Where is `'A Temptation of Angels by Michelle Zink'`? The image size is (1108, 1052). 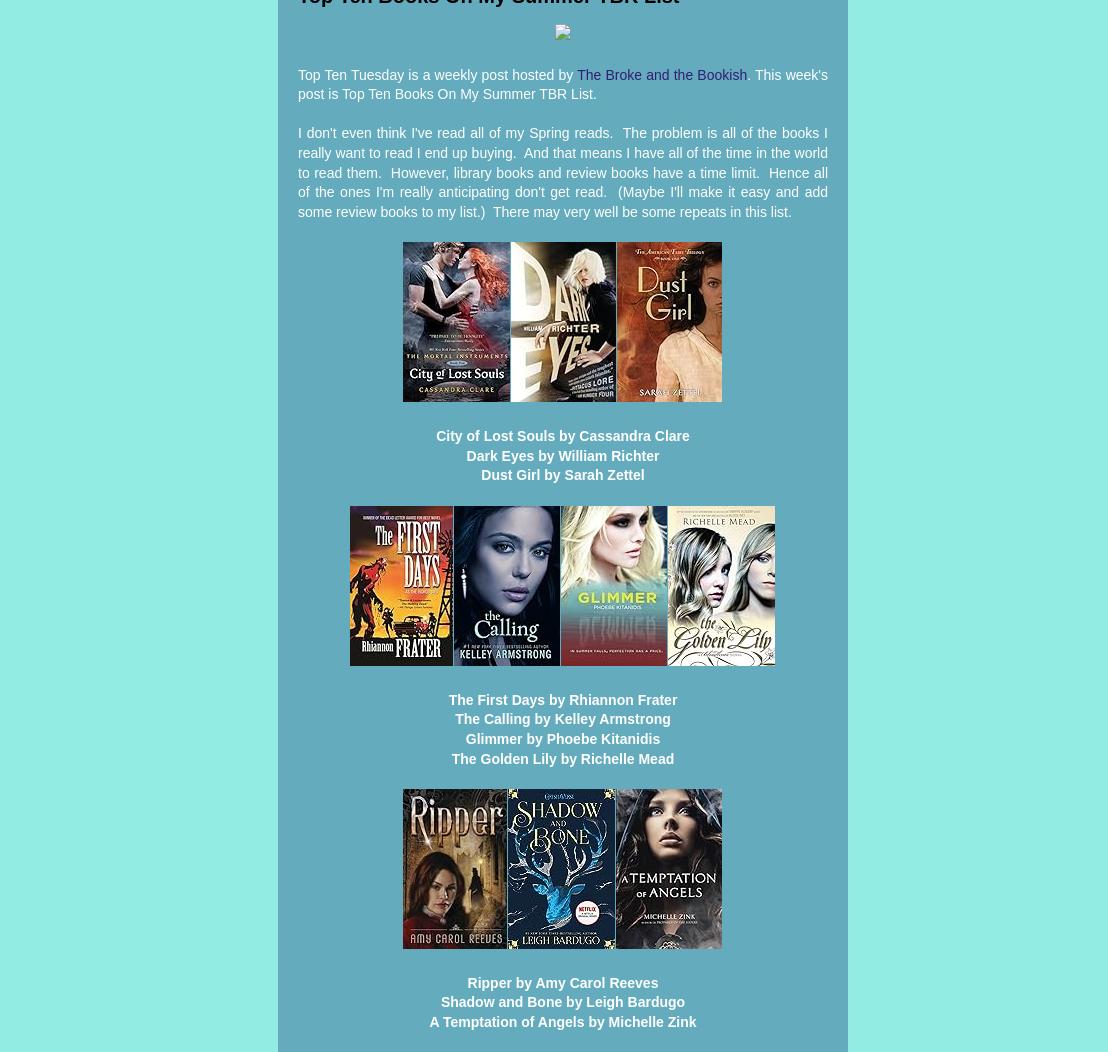
'A Temptation of Angels by Michelle Zink' is located at coordinates (562, 1021).